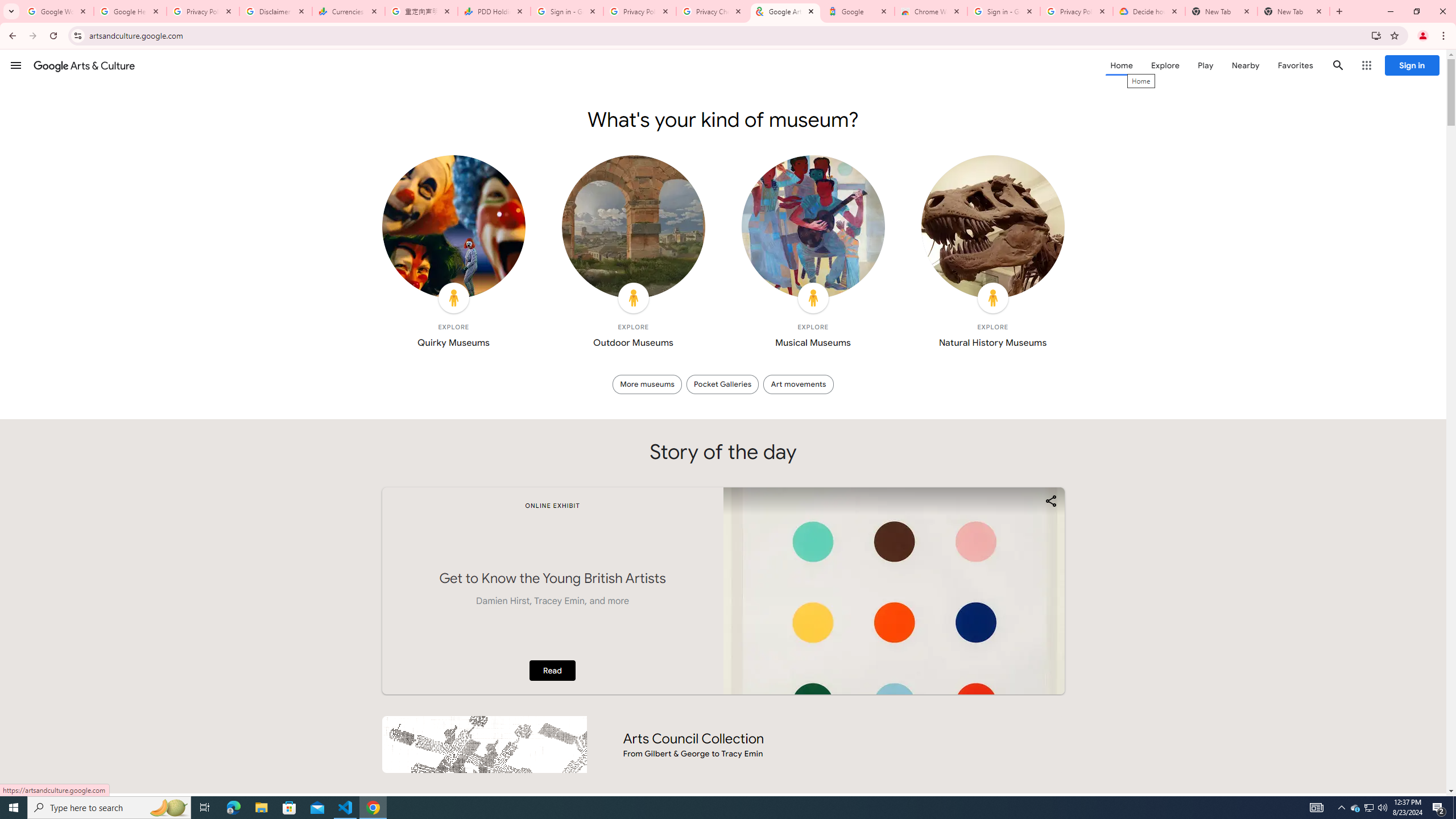  Describe the element at coordinates (453, 255) in the screenshot. I see `'EXPLORE Quirky Museums'` at that location.